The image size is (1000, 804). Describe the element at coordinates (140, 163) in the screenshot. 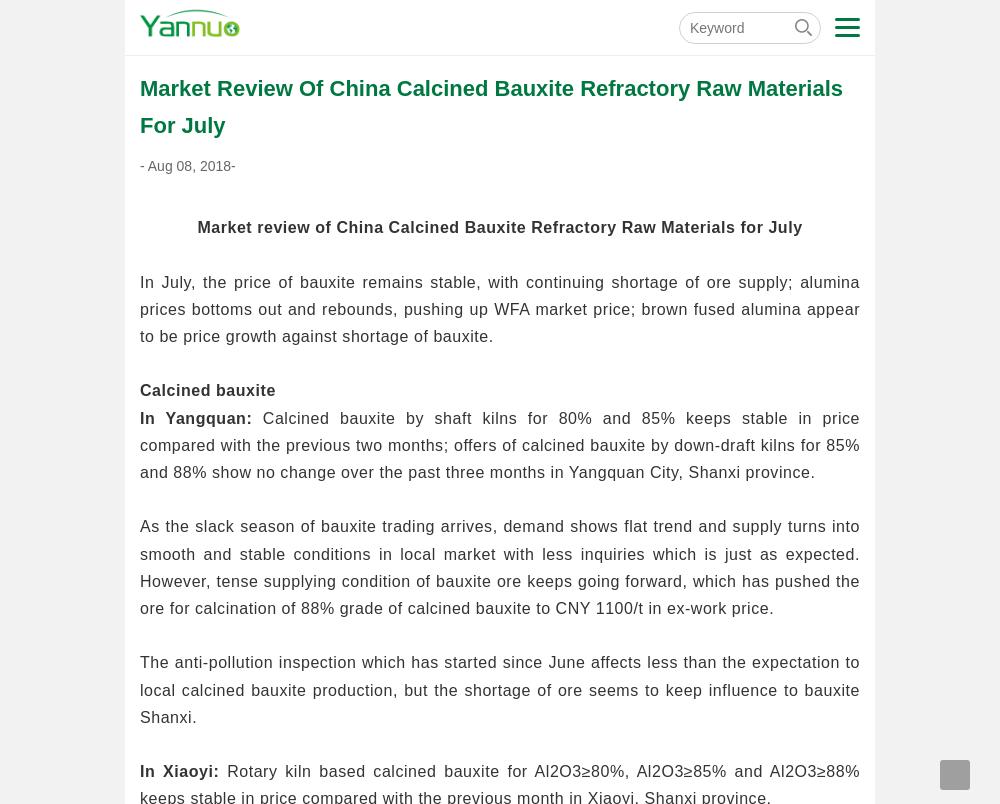

I see `'- Aug 08, 2018-'` at that location.